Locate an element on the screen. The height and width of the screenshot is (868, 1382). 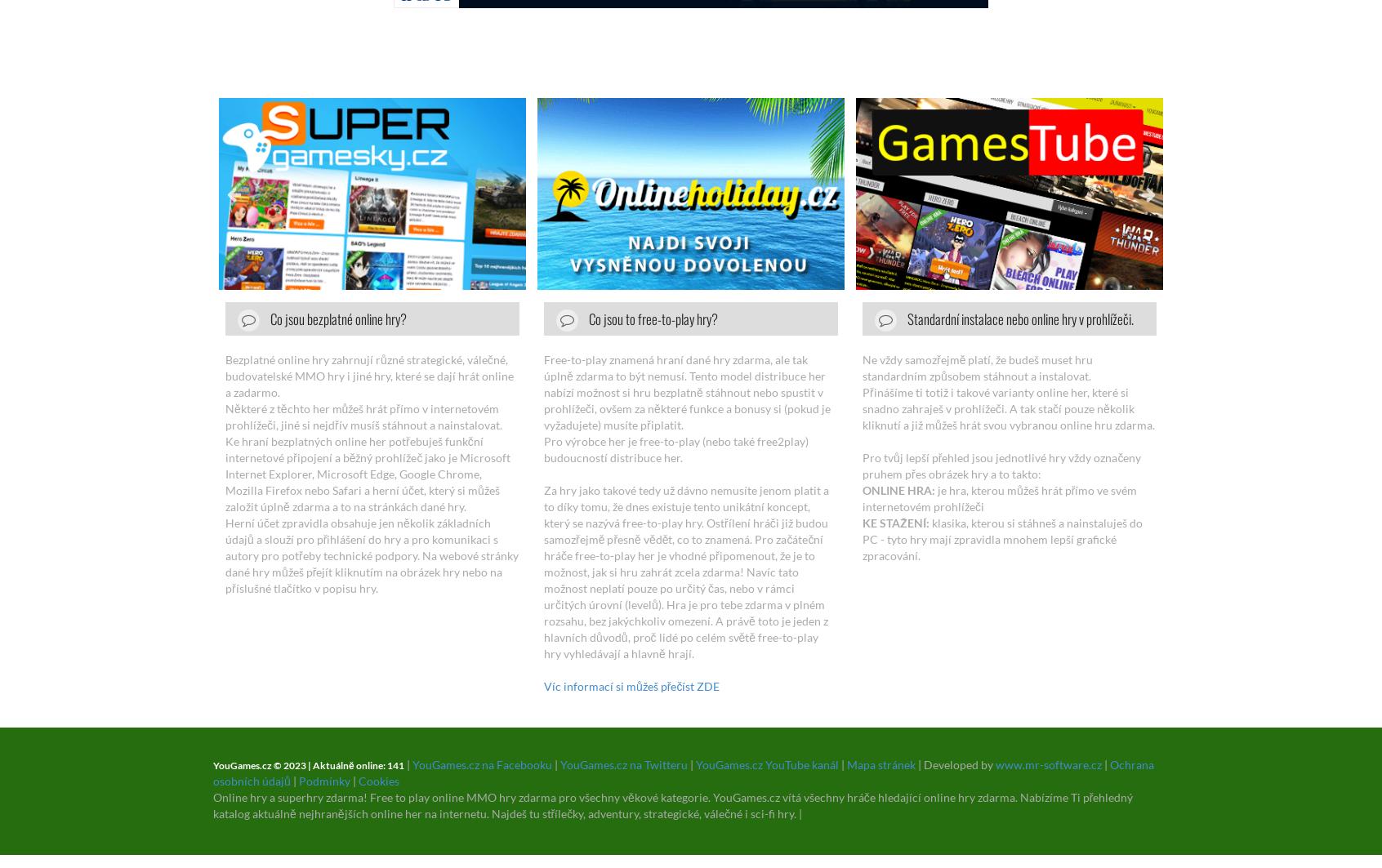
'Cookies' is located at coordinates (377, 780).